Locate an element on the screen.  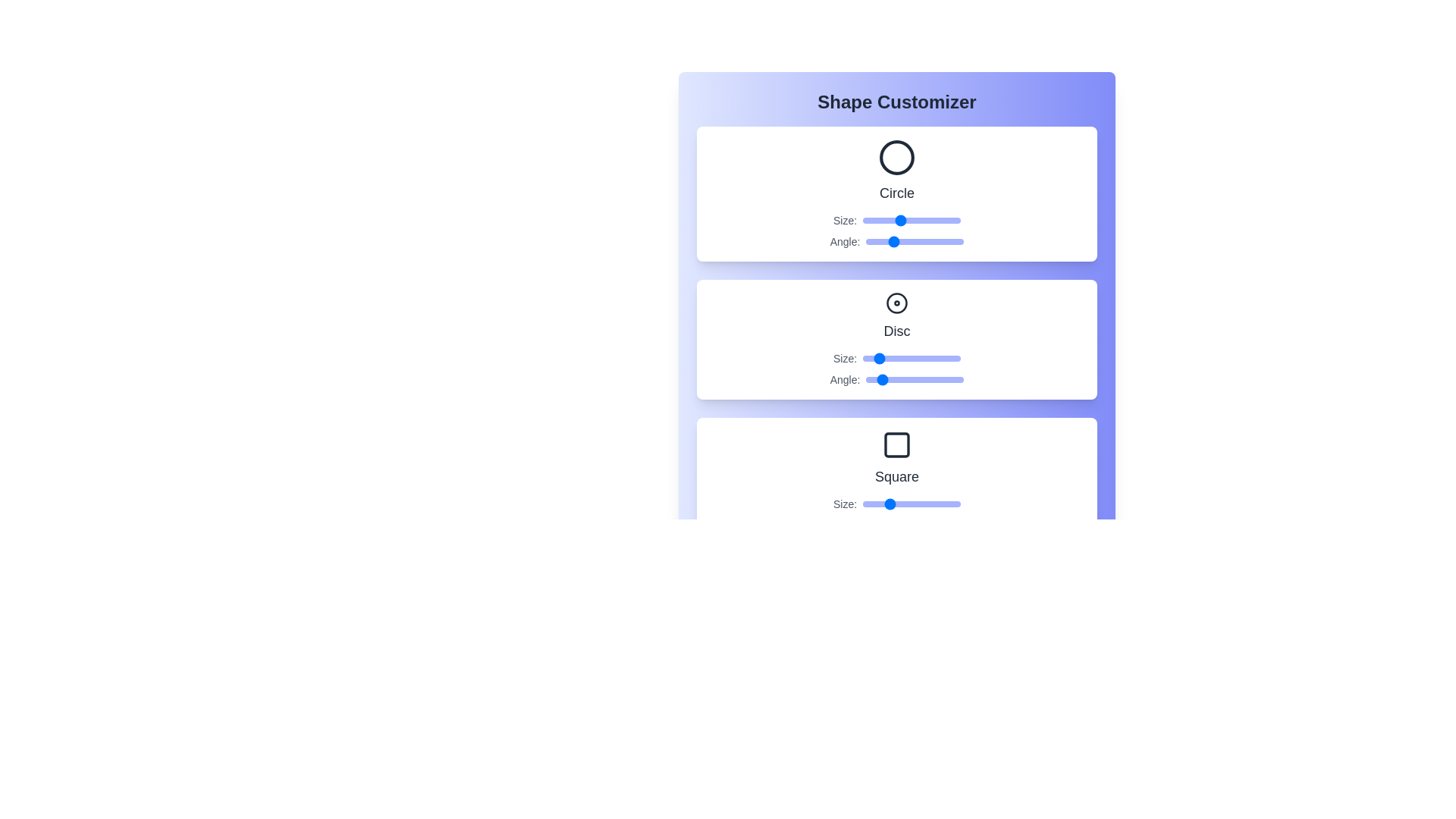
the size slider of the Square shape to 59 is located at coordinates (910, 504).